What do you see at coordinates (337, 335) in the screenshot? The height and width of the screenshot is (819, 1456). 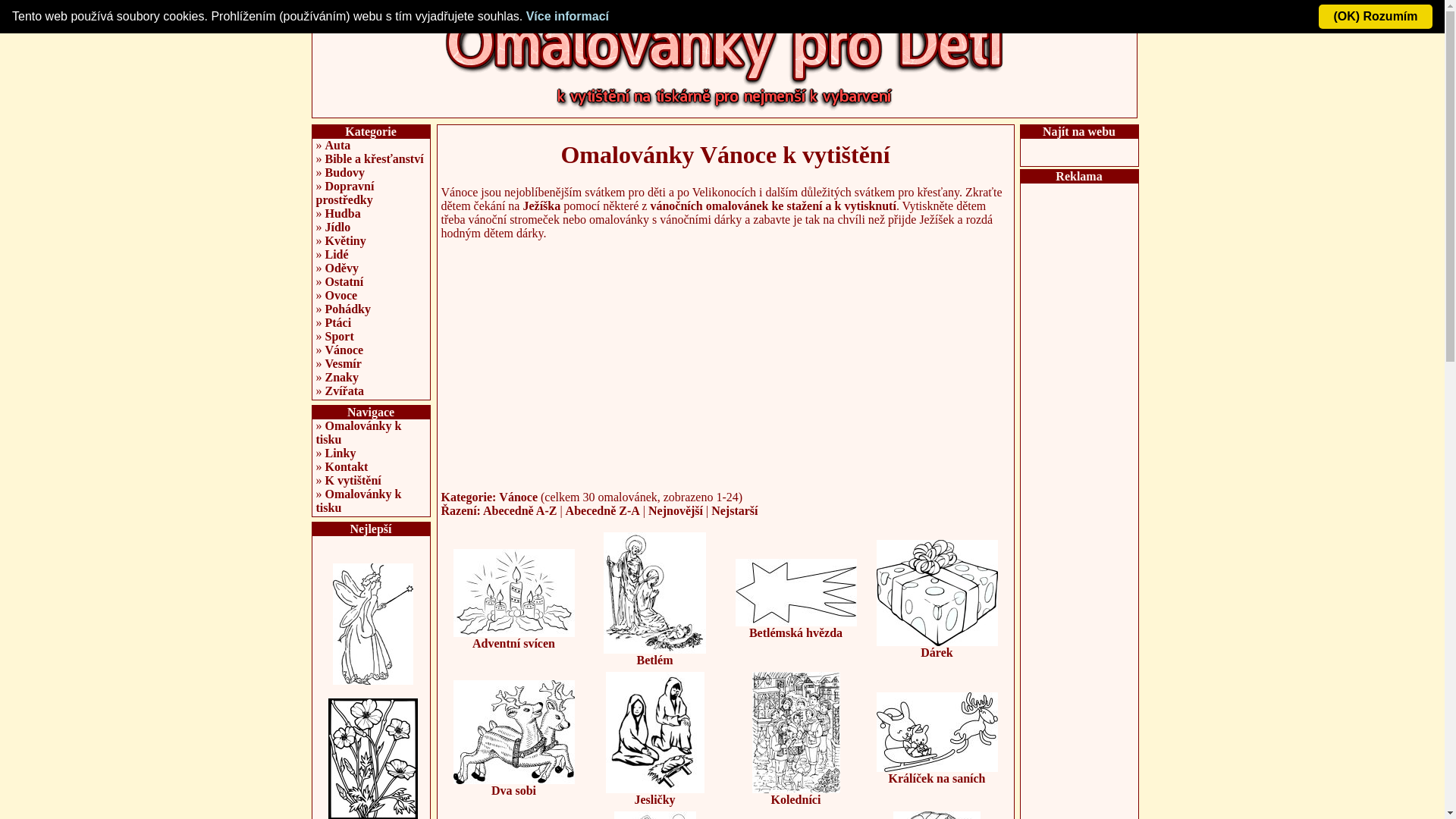 I see `'Sport'` at bounding box center [337, 335].